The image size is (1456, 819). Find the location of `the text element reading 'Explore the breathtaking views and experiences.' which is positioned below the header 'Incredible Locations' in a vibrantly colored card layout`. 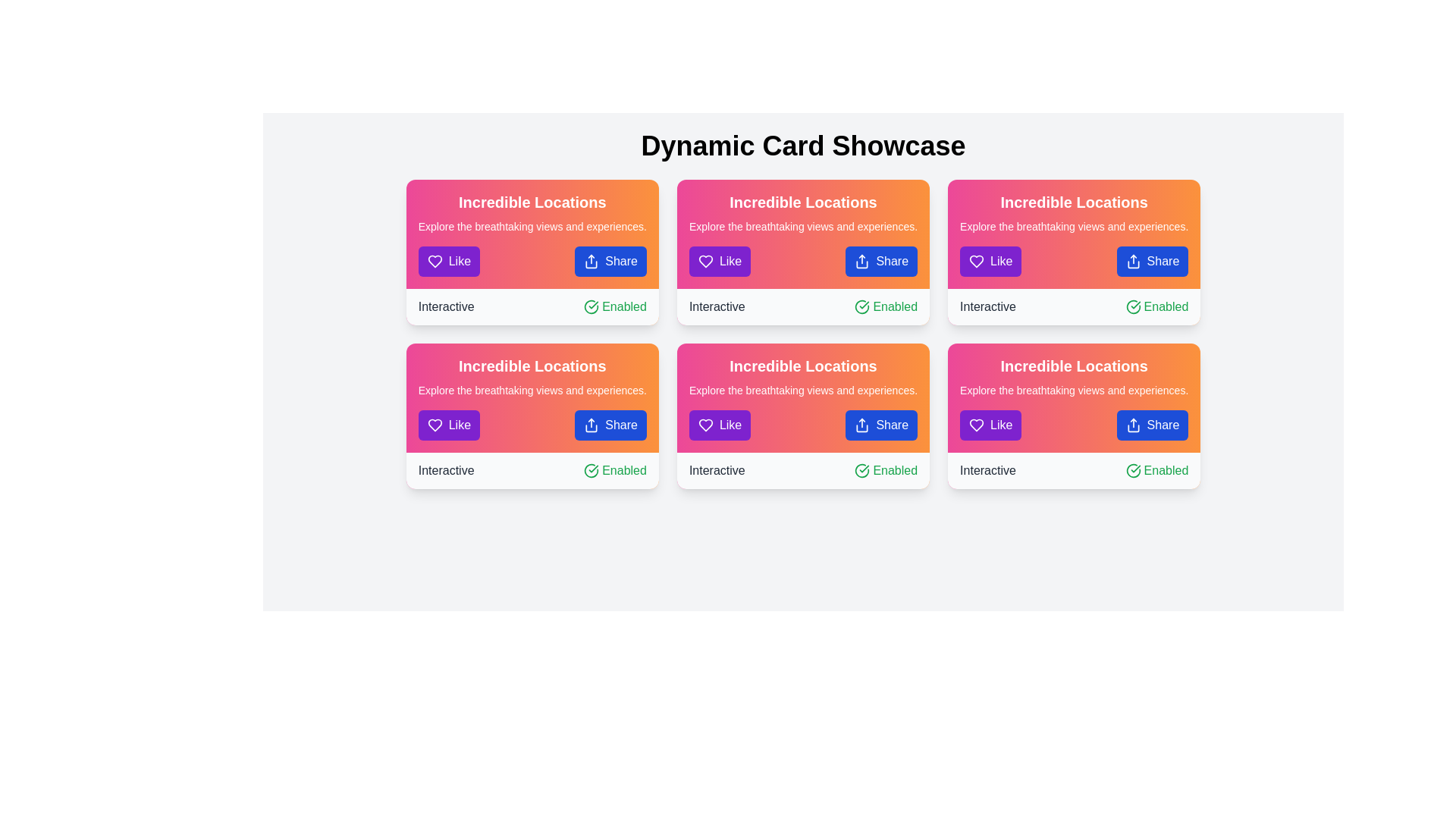

the text element reading 'Explore the breathtaking views and experiences.' which is positioned below the header 'Incredible Locations' in a vibrantly colored card layout is located at coordinates (532, 390).